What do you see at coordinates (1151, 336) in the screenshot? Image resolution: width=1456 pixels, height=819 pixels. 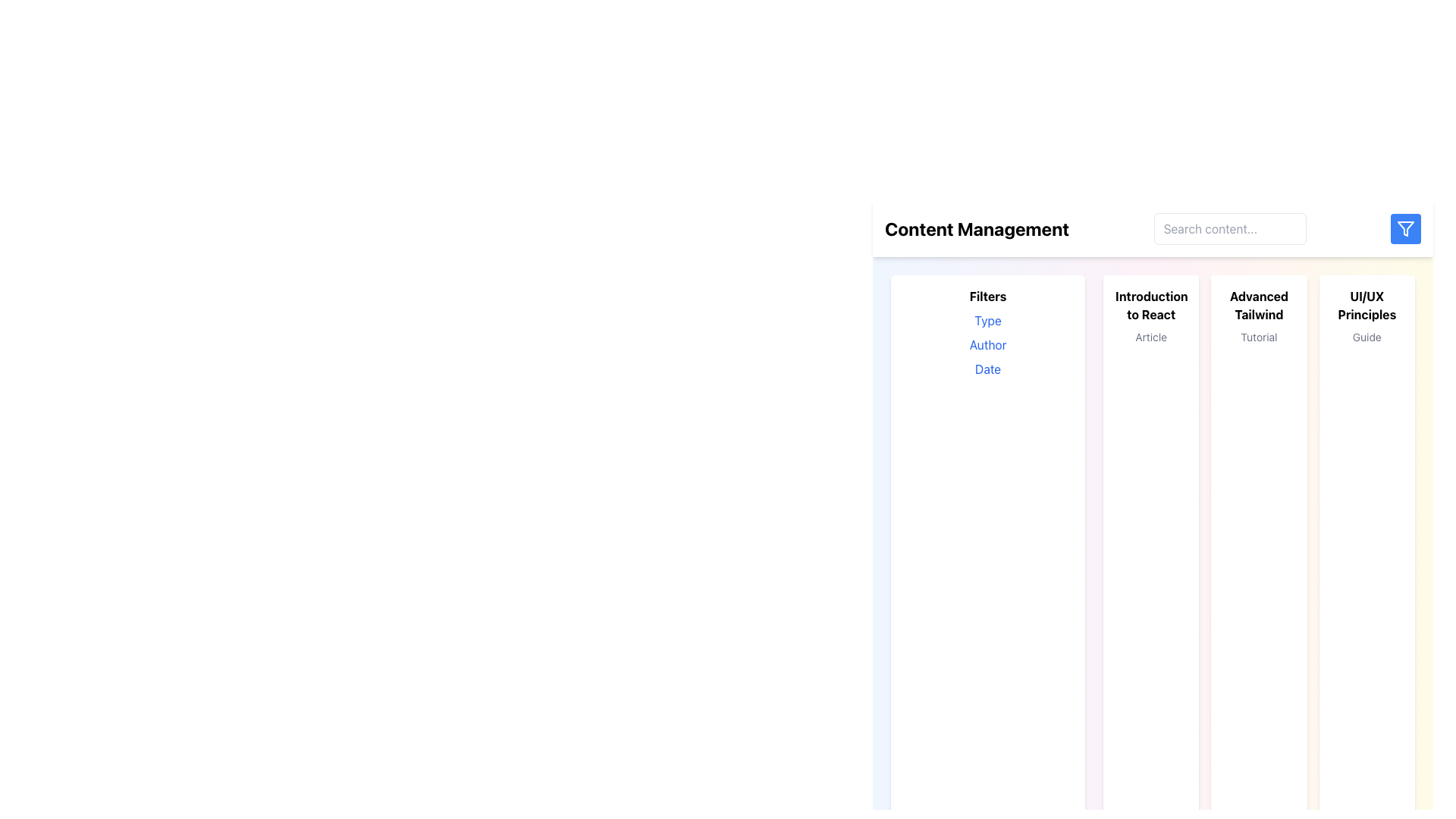 I see `text 'Article' from the text element located under the main heading 'Introduction to React' within the content card` at bounding box center [1151, 336].